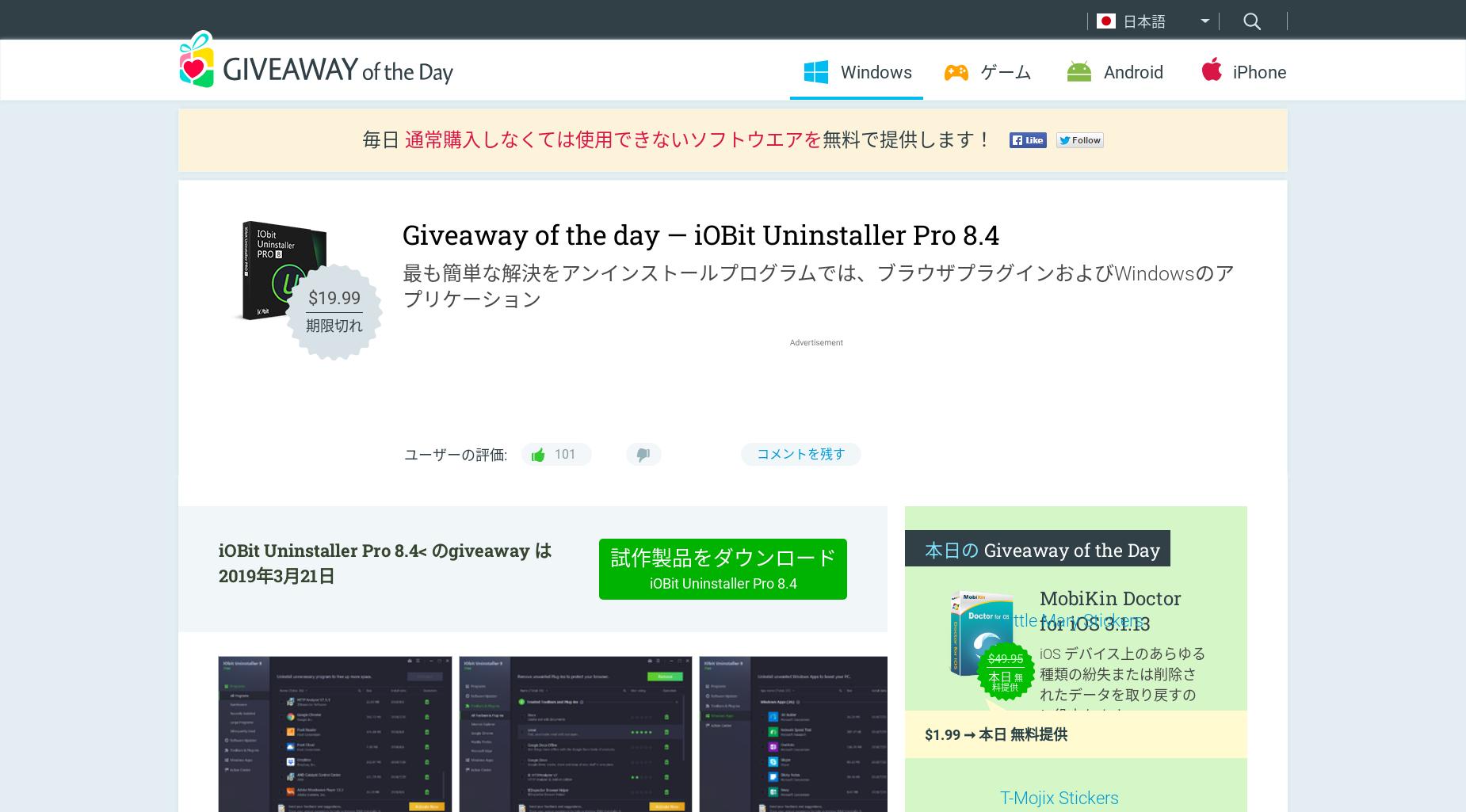  I want to click on '最も簡単な解決をアンインストールプログラムでは、ブラウザプラグインおよびWindowsのアプリケーション', so click(818, 285).